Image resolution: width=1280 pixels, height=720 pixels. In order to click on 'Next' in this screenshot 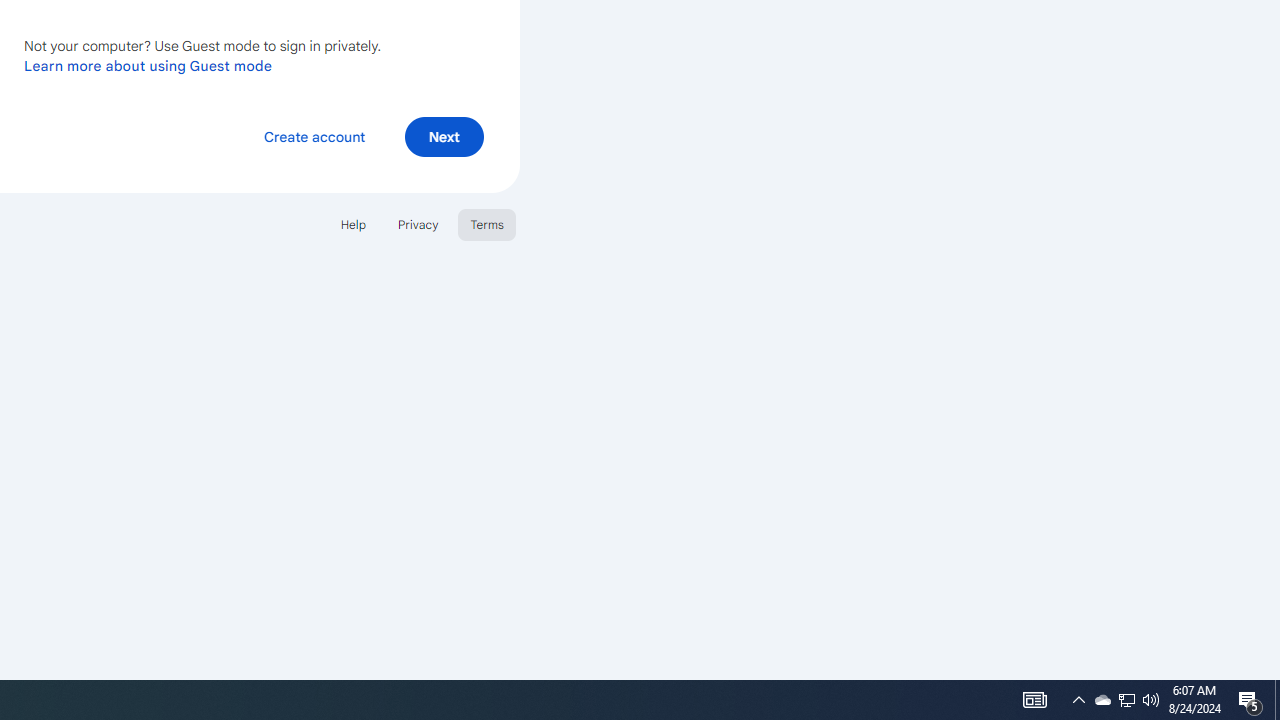, I will do `click(443, 135)`.